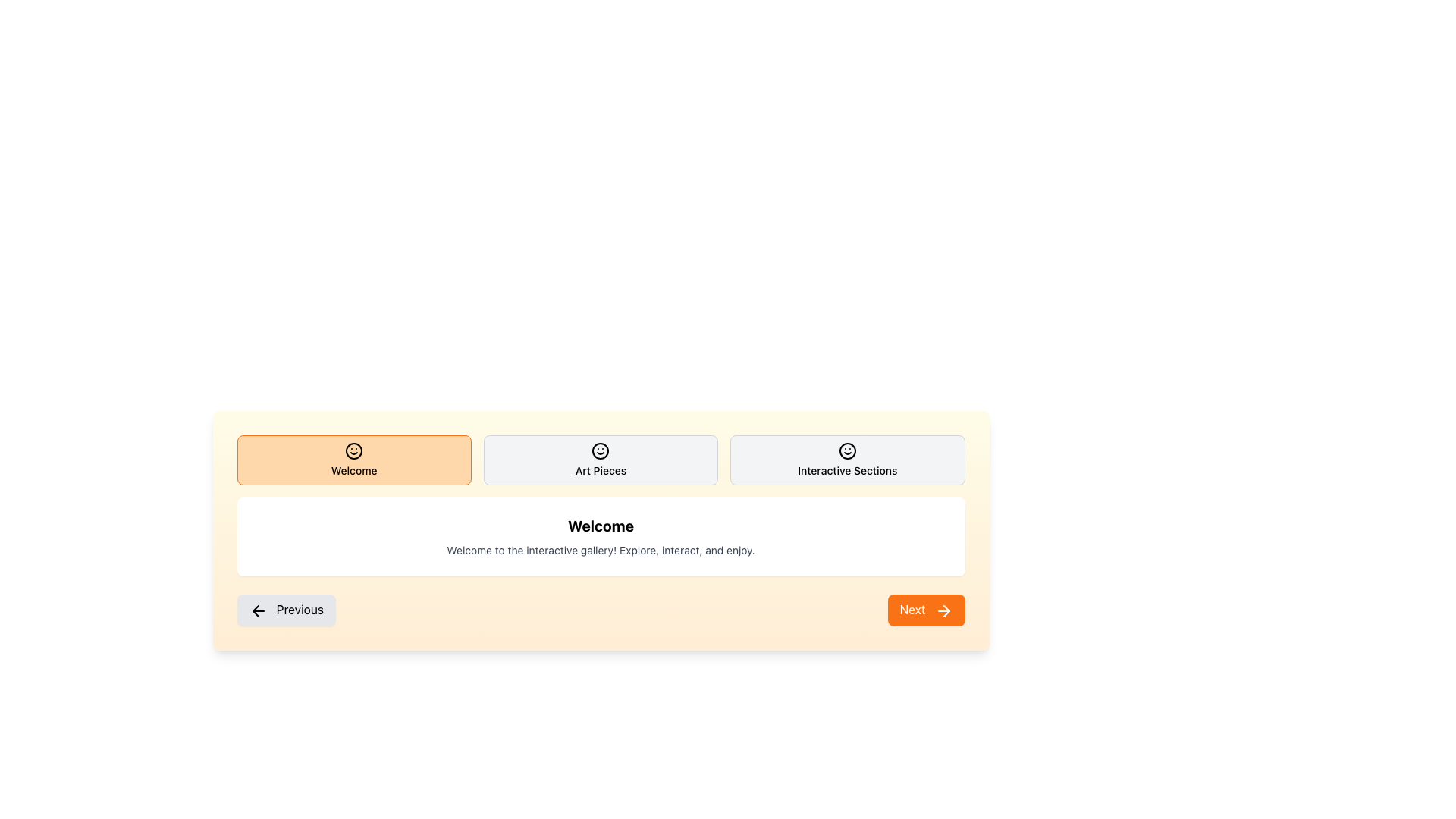  Describe the element at coordinates (600, 470) in the screenshot. I see `the text label that reads 'Art Pieces', styled with medium font weight and small font size, appearing in black text on a light gray background` at that location.